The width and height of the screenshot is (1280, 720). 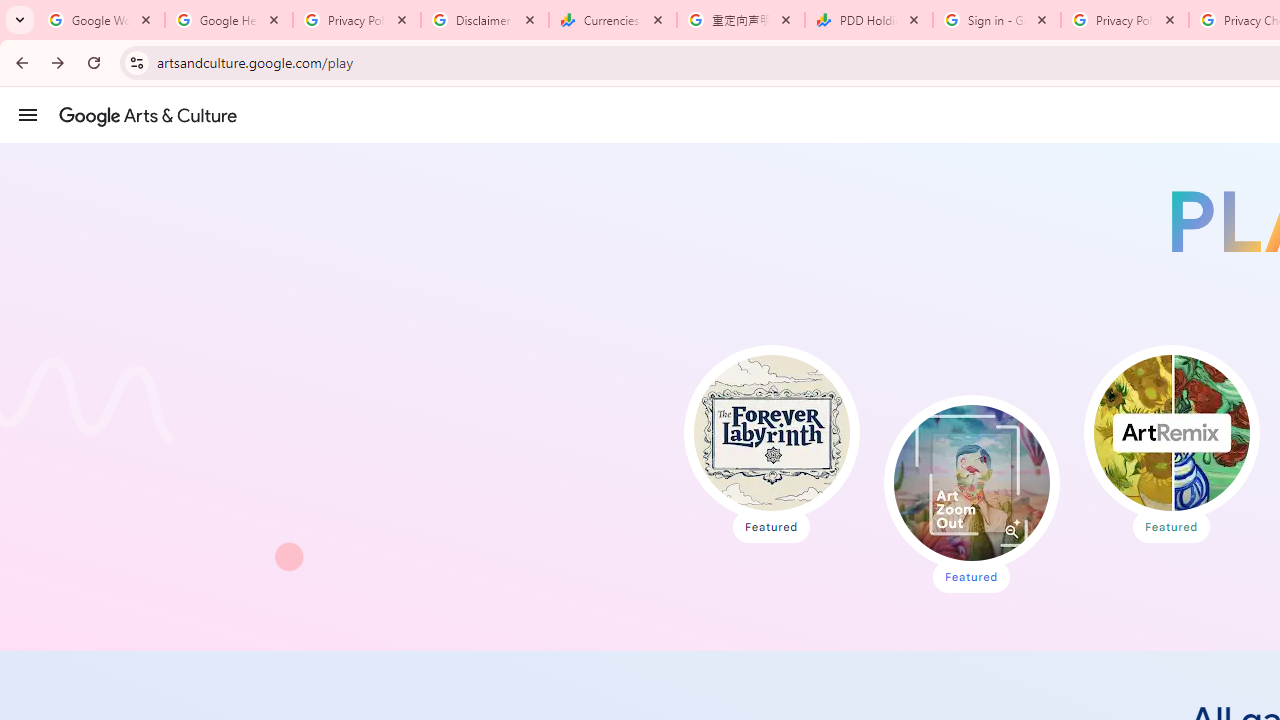 I want to click on 'Currencies - Google Finance', so click(x=612, y=20).